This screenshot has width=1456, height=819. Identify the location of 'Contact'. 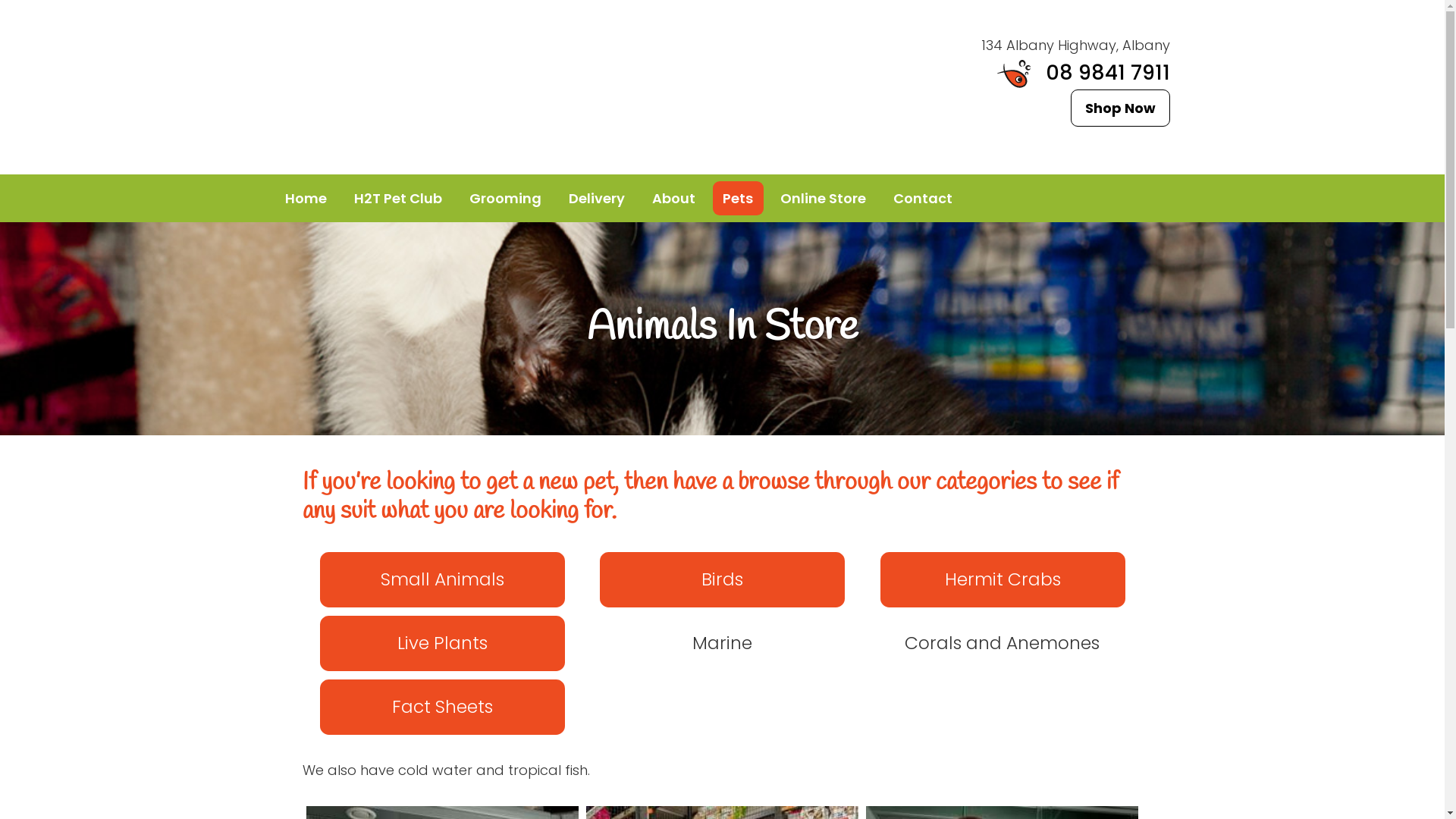
(921, 197).